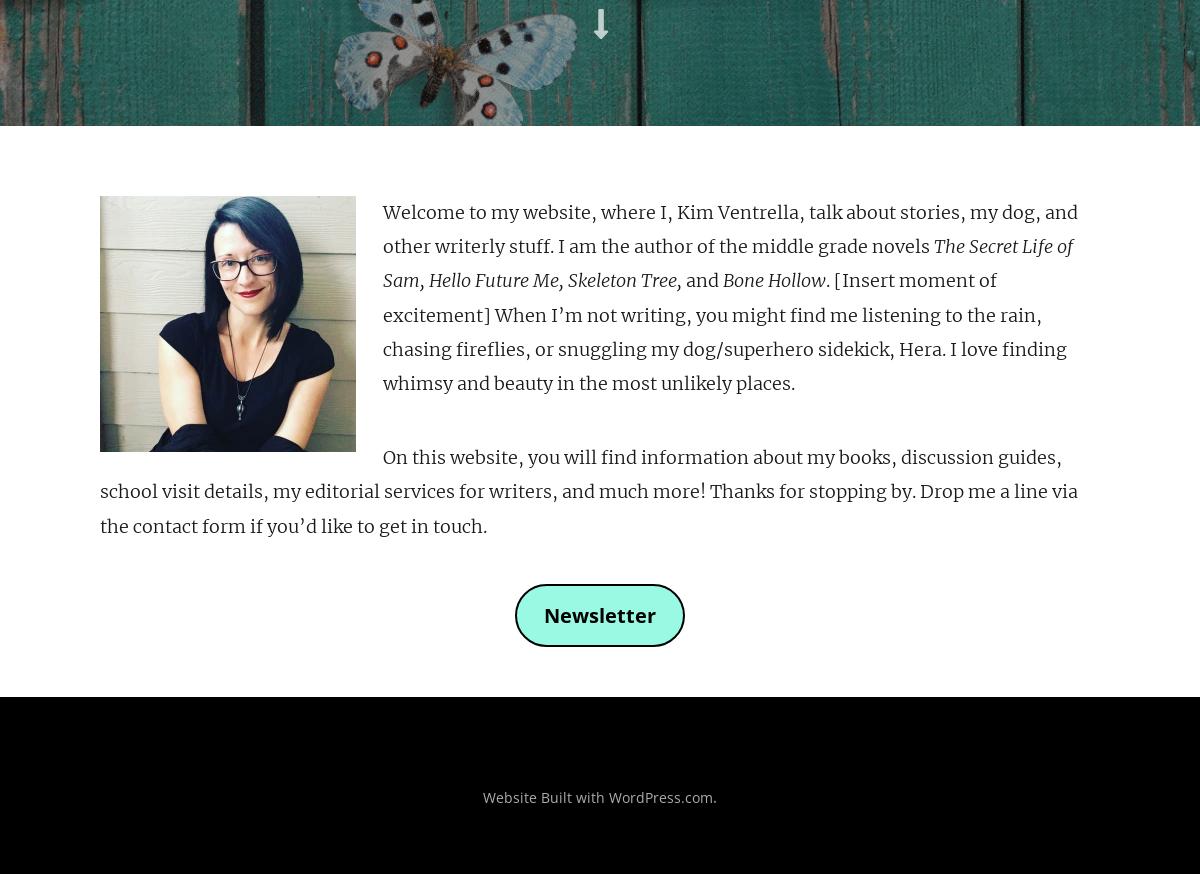 The width and height of the screenshot is (1200, 874). I want to click on '.', so click(714, 795).